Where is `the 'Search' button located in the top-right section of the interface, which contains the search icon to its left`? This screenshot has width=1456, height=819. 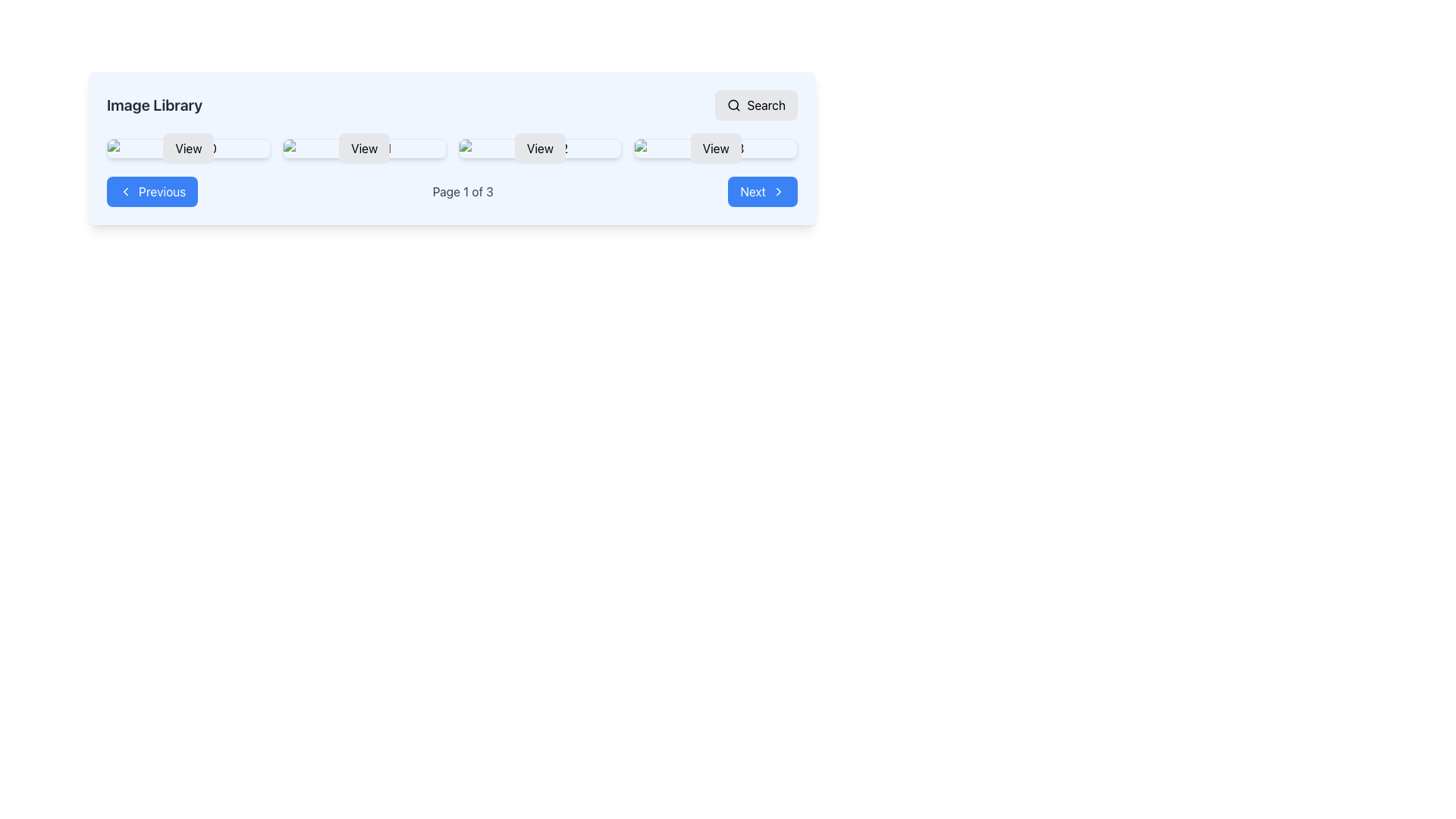 the 'Search' button located in the top-right section of the interface, which contains the search icon to its left is located at coordinates (734, 104).